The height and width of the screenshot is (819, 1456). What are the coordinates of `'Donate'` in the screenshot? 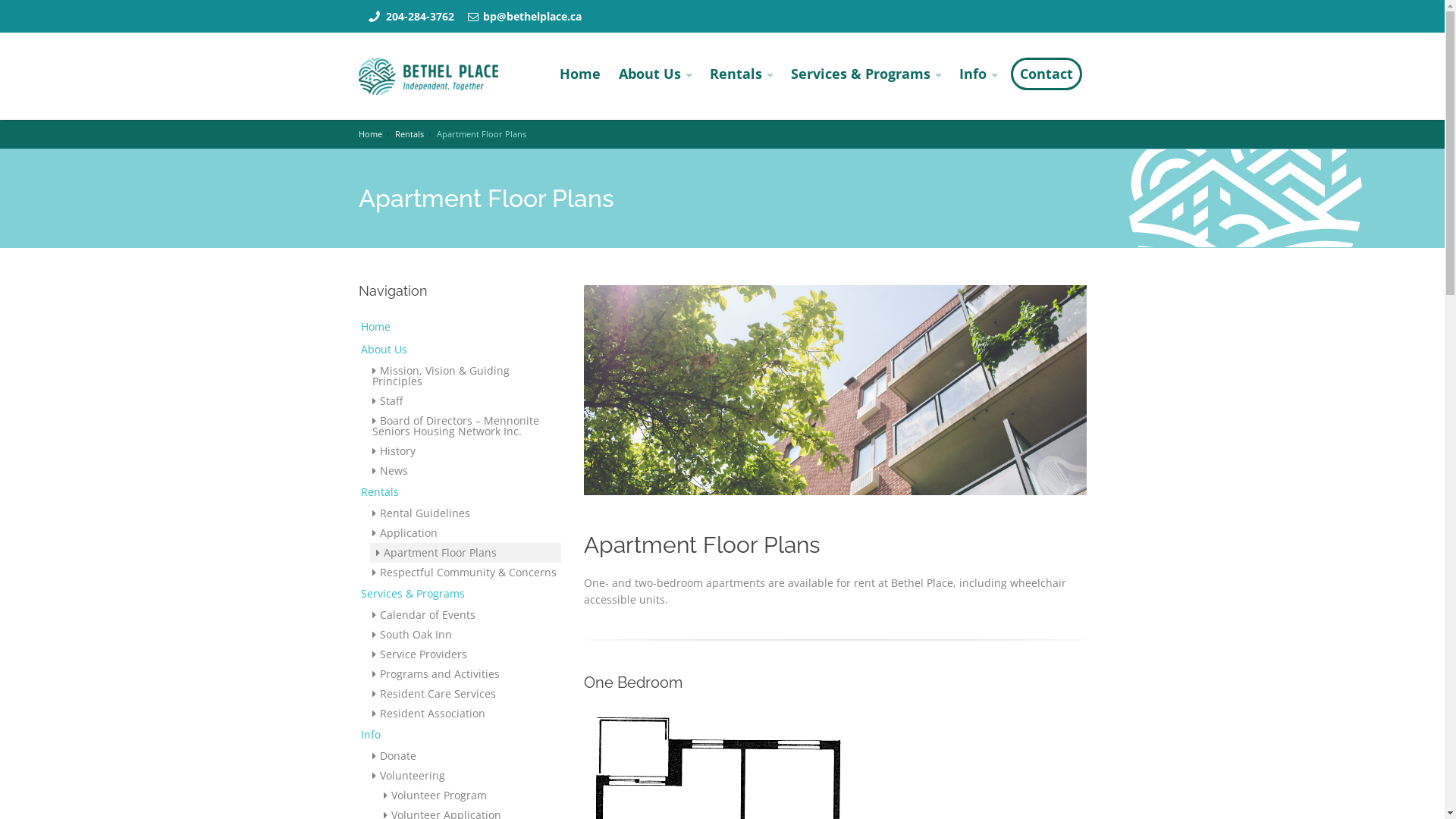 It's located at (465, 755).